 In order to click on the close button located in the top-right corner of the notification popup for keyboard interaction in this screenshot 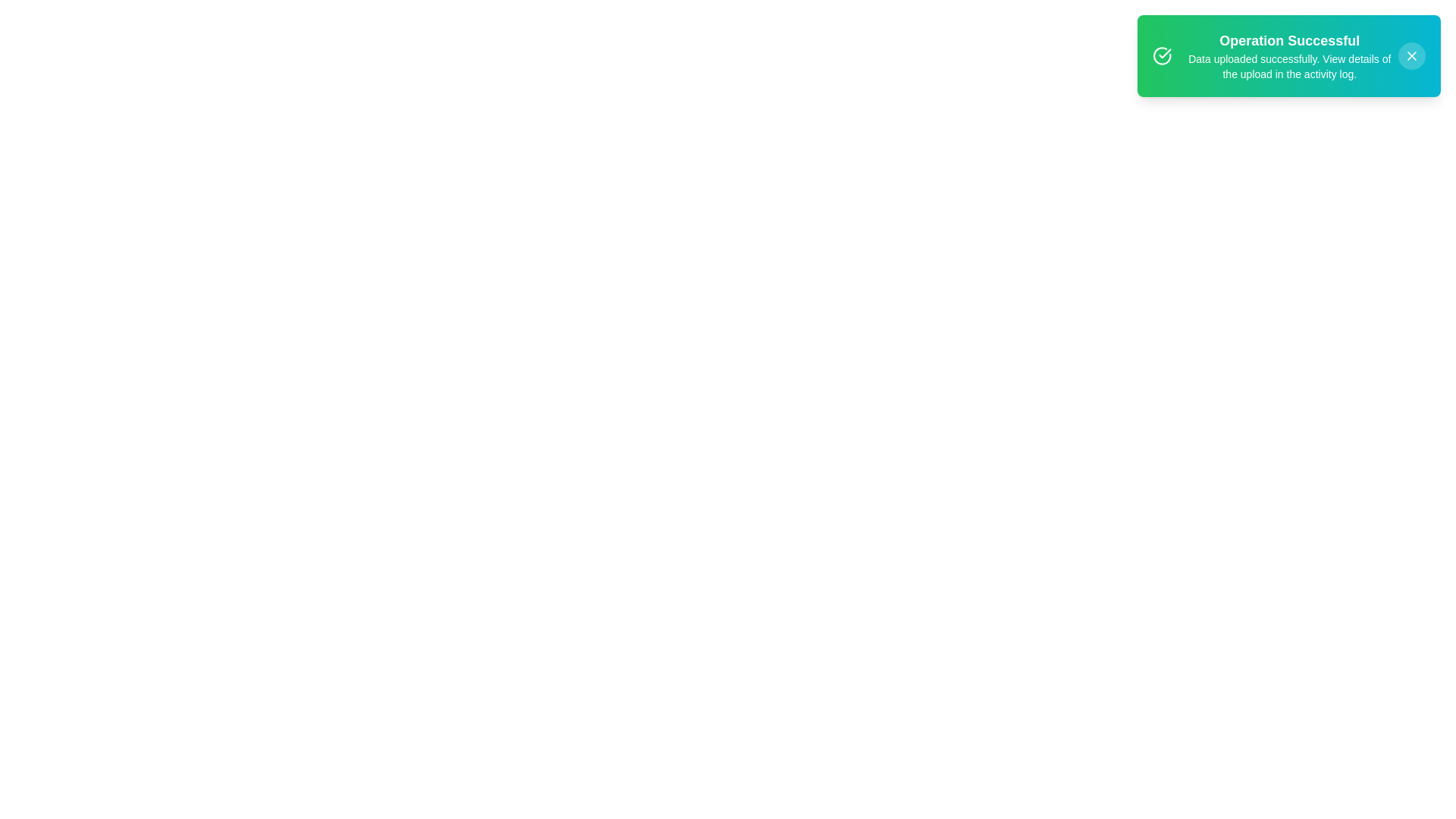, I will do `click(1411, 55)`.